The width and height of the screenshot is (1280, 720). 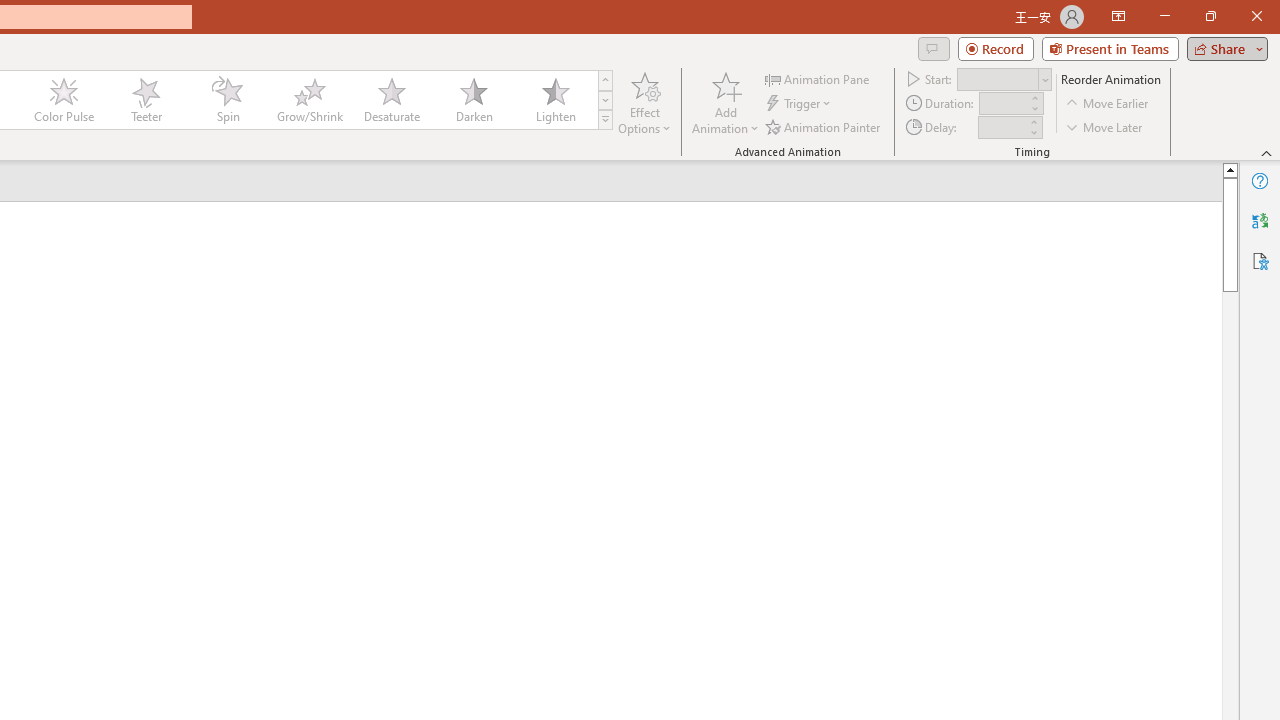 What do you see at coordinates (1104, 127) in the screenshot?
I see `'Move Later'` at bounding box center [1104, 127].